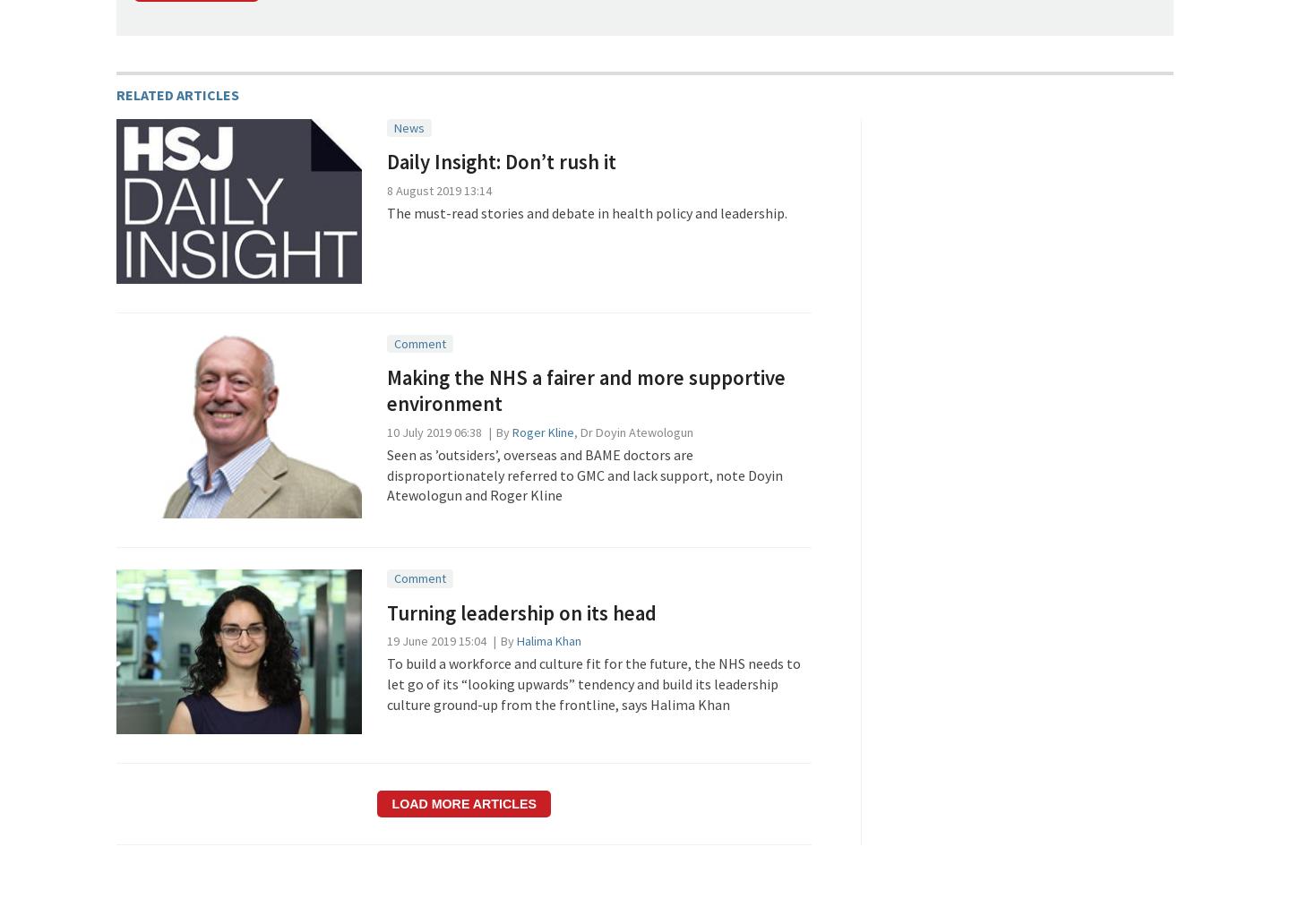 The width and height of the screenshot is (1290, 924). I want to click on 'Daily Insight: Don’t rush it', so click(501, 161).